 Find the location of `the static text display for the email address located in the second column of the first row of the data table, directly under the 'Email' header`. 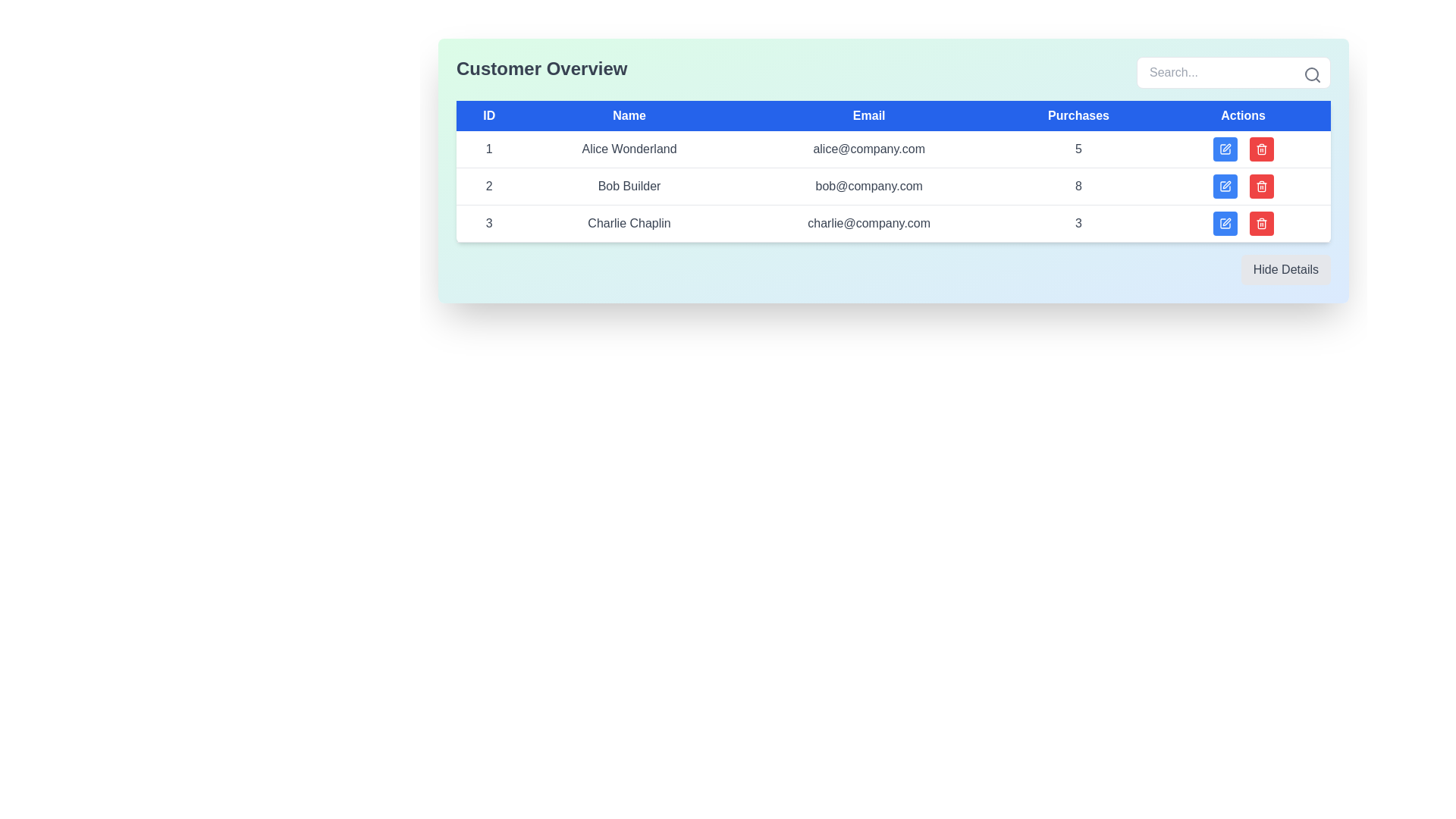

the static text display for the email address located in the second column of the first row of the data table, directly under the 'Email' header is located at coordinates (869, 149).